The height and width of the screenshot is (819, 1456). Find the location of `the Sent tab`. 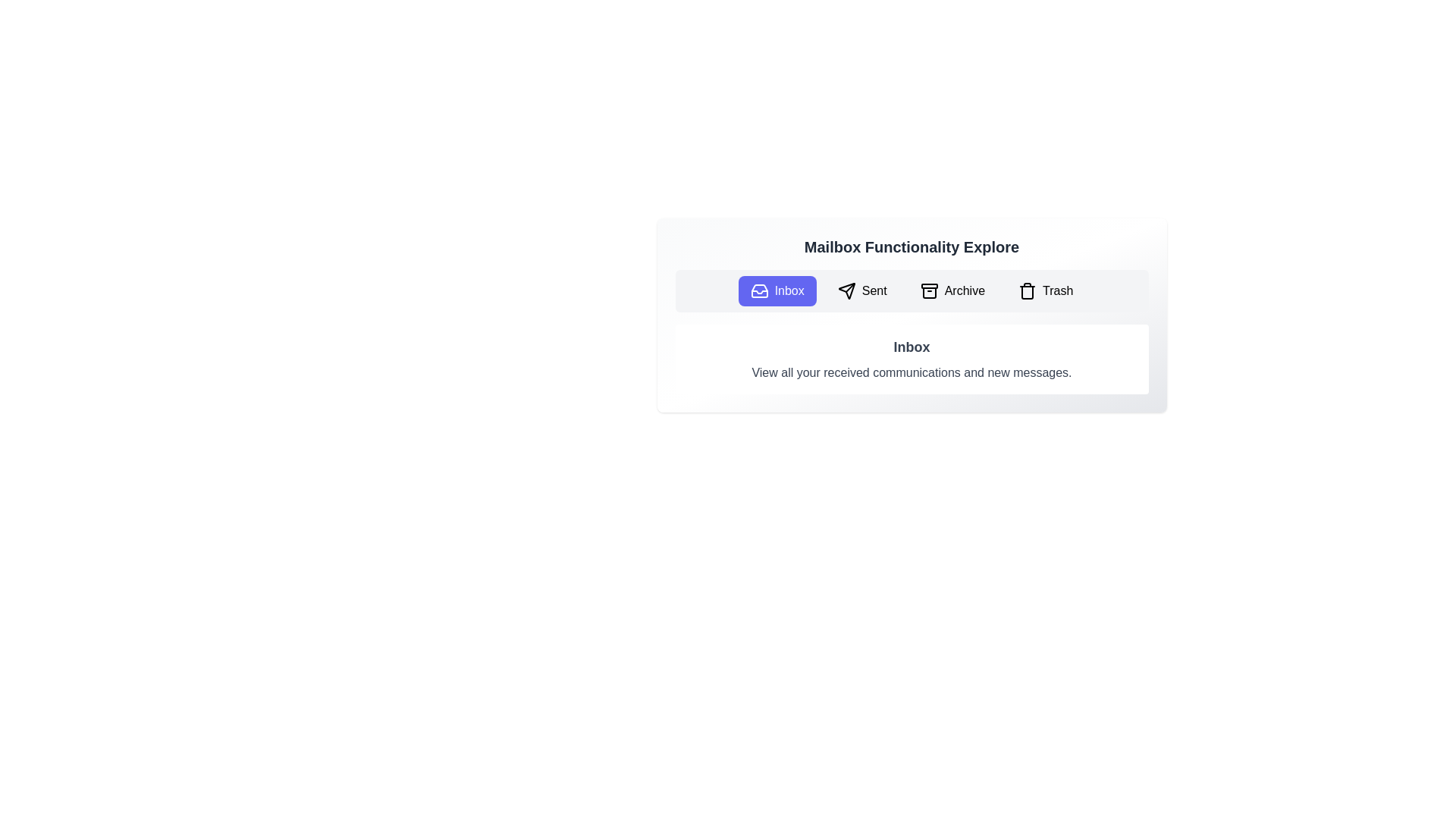

the Sent tab is located at coordinates (862, 291).